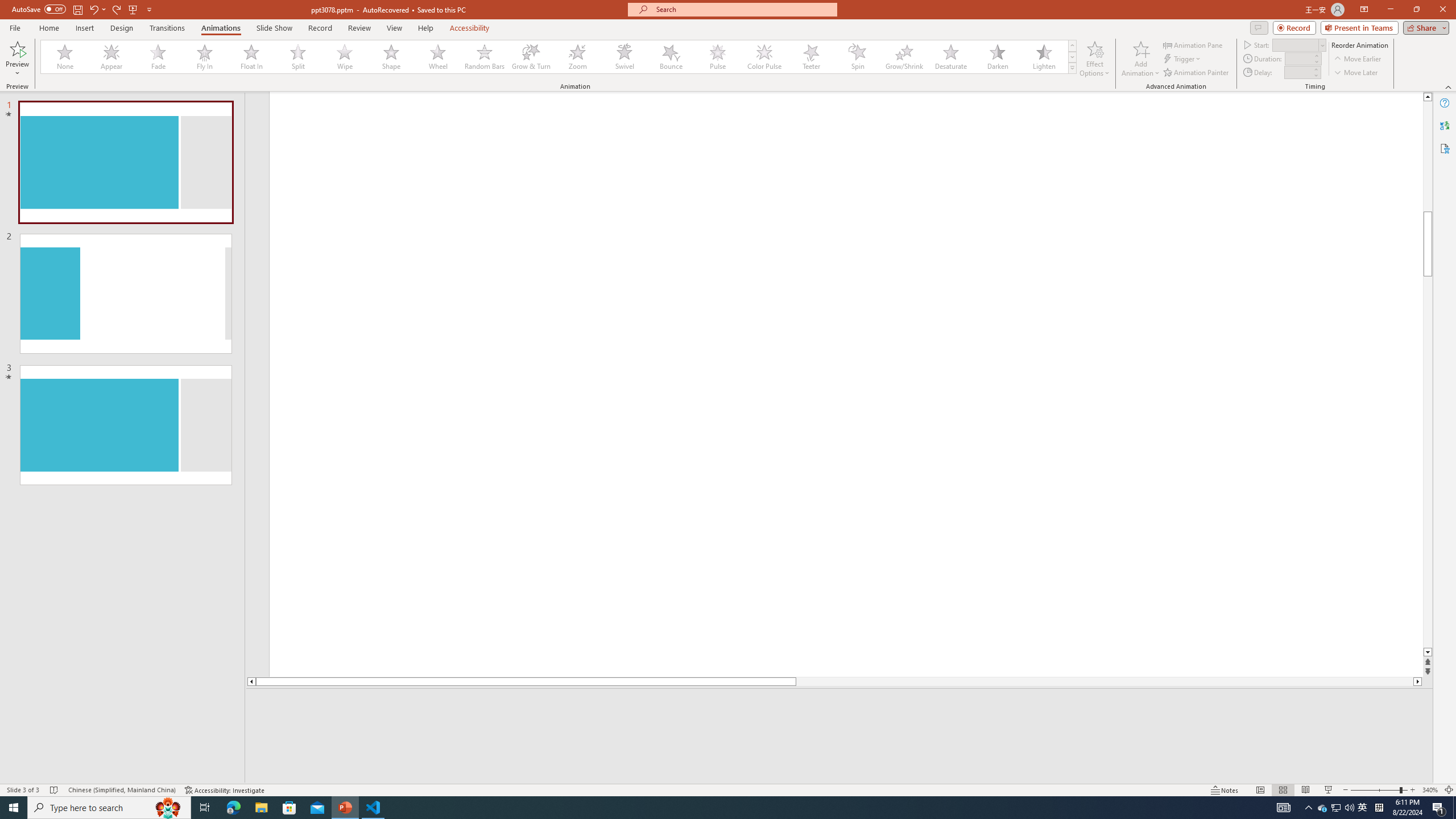 This screenshot has width=1456, height=819. What do you see at coordinates (857, 56) in the screenshot?
I see `'Spin'` at bounding box center [857, 56].